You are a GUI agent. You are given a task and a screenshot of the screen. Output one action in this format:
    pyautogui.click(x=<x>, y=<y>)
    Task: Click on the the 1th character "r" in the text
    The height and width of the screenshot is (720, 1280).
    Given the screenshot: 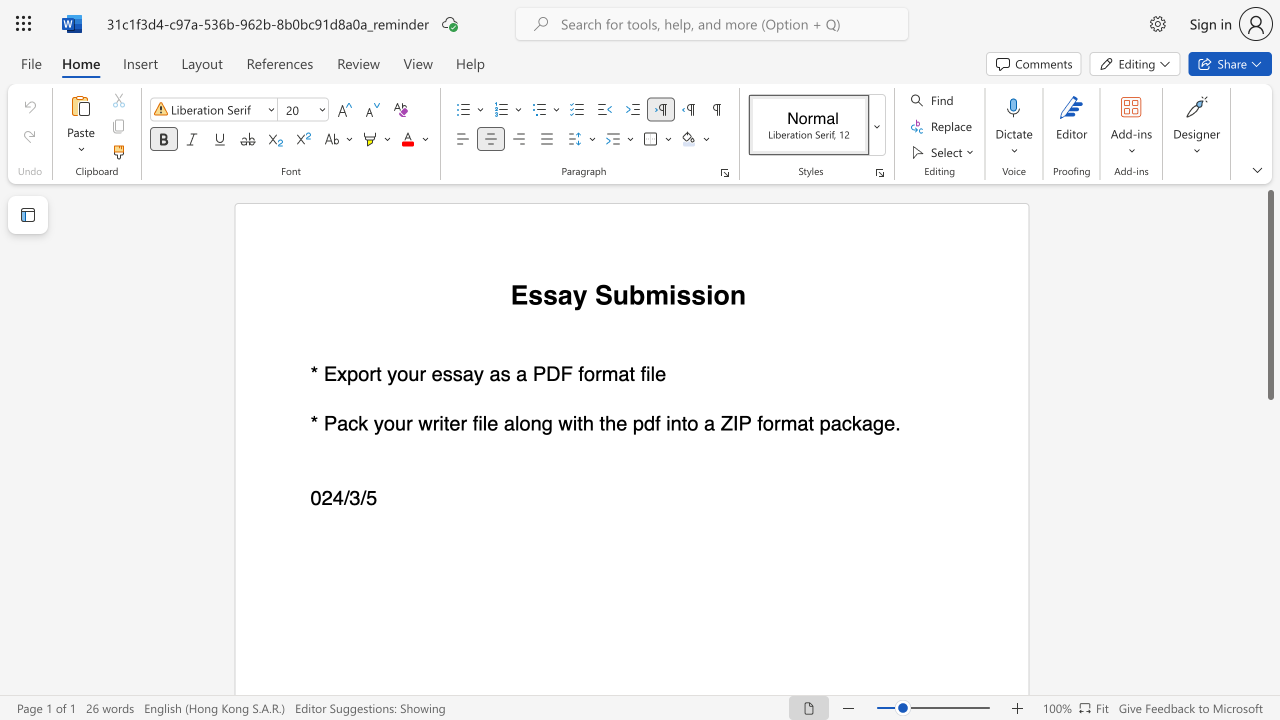 What is the action you would take?
    pyautogui.click(x=408, y=422)
    